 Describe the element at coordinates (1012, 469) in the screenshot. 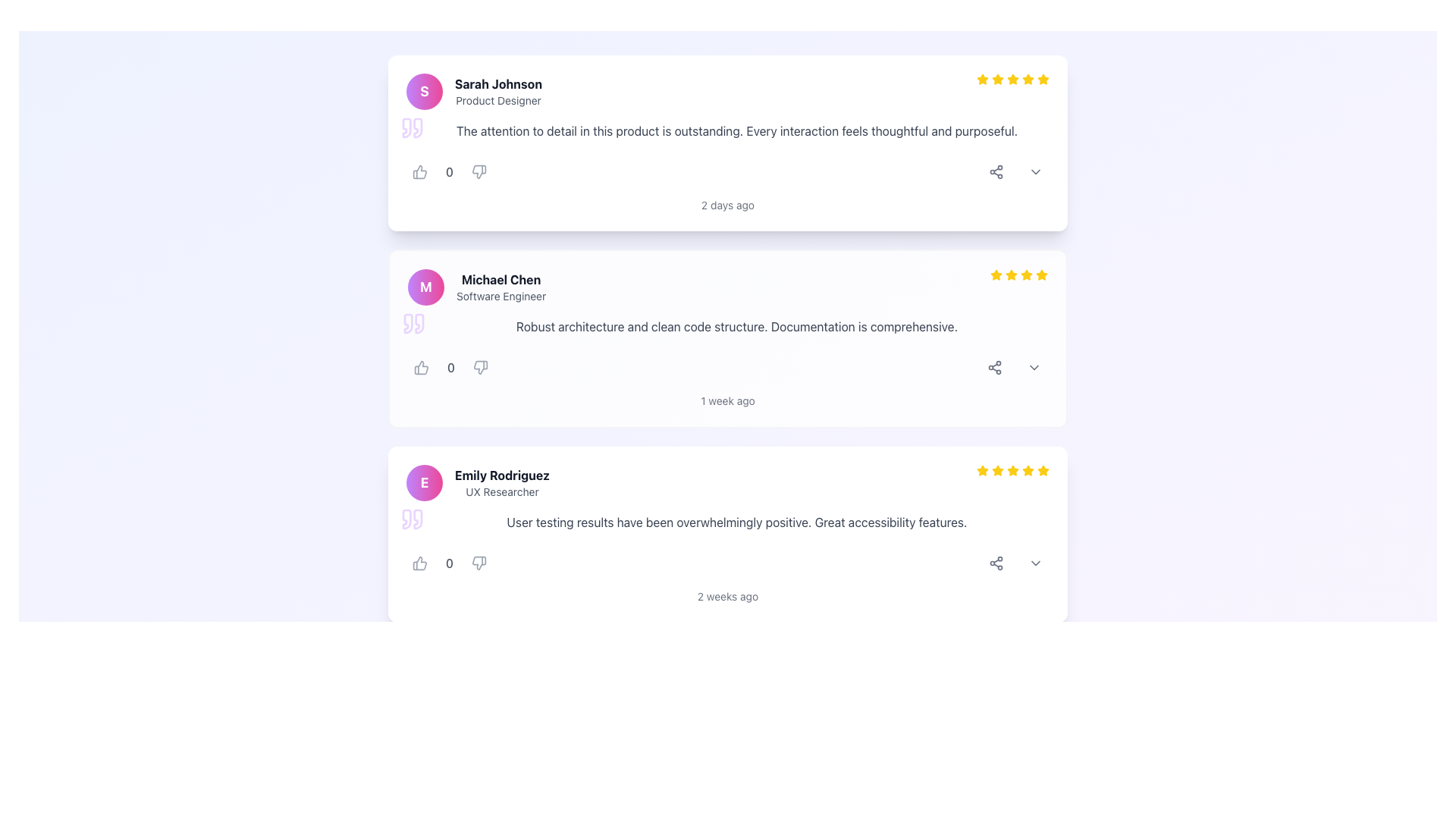

I see `the fifth yellow star icon in the rating system of the third review card` at that location.